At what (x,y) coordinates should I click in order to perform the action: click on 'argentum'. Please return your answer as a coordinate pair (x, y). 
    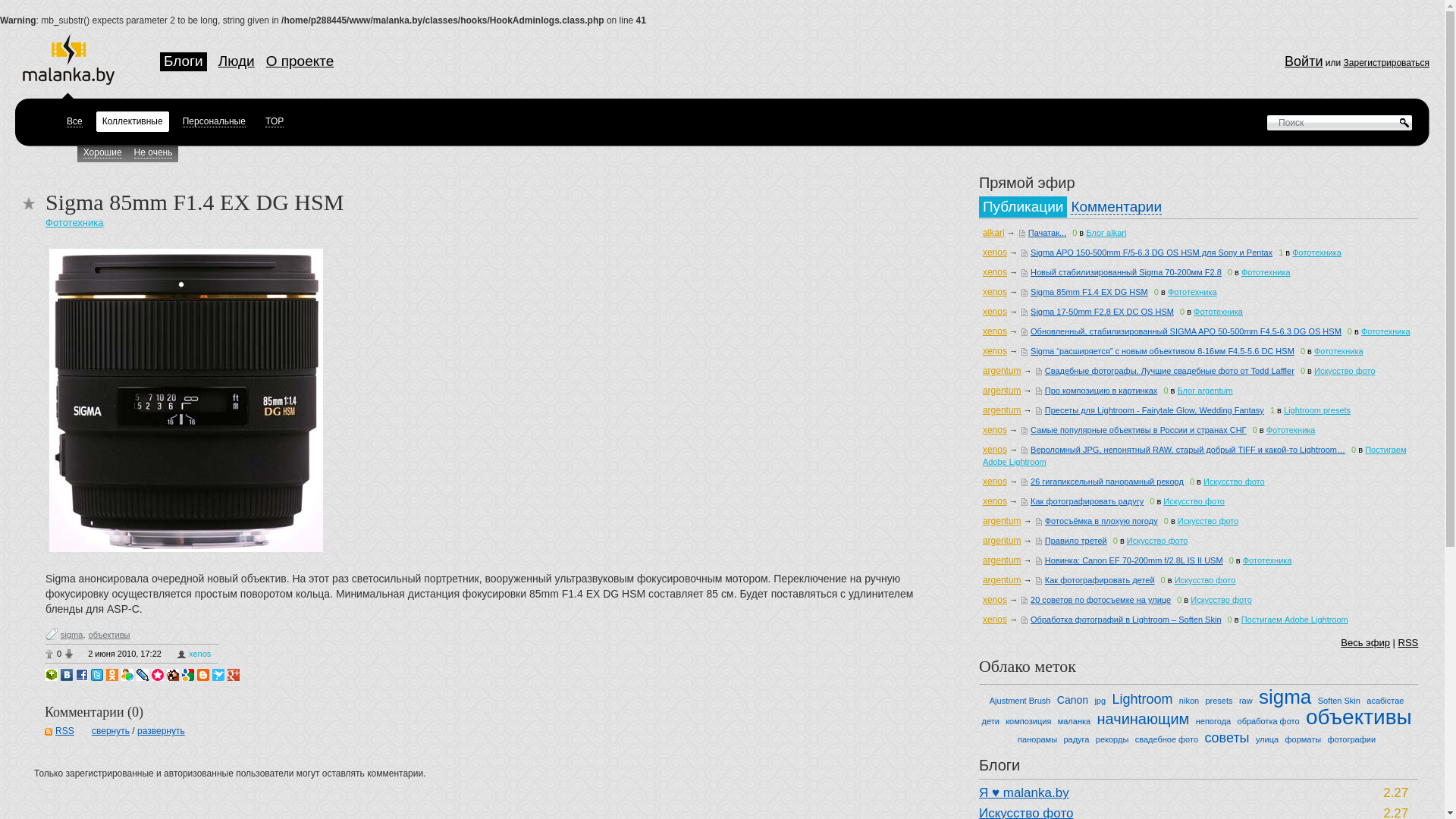
    Looking at the image, I should click on (983, 560).